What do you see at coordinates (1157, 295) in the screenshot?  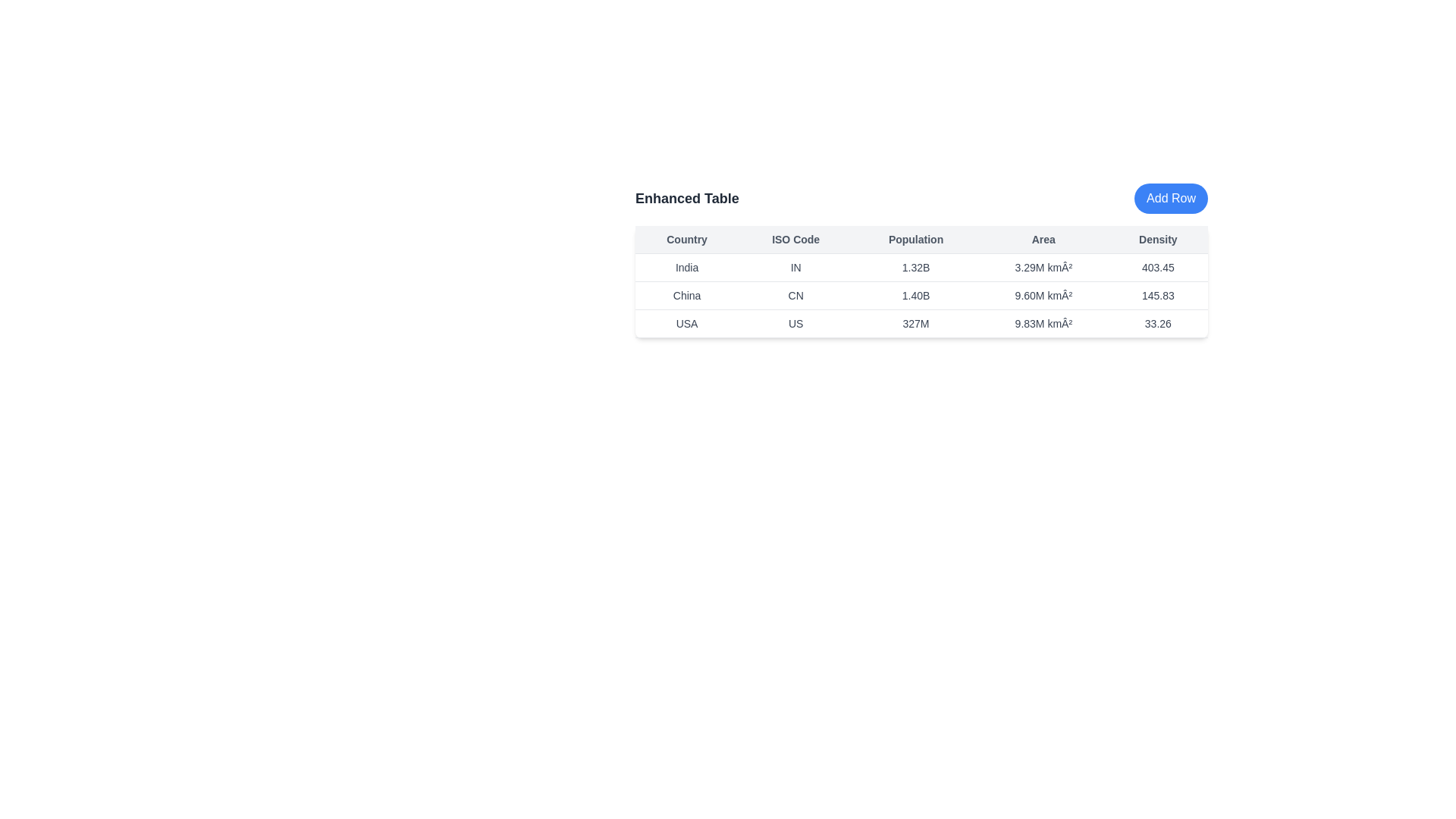 I see `the text element displaying the population density value for China, located in the last column of the second row of the table` at bounding box center [1157, 295].